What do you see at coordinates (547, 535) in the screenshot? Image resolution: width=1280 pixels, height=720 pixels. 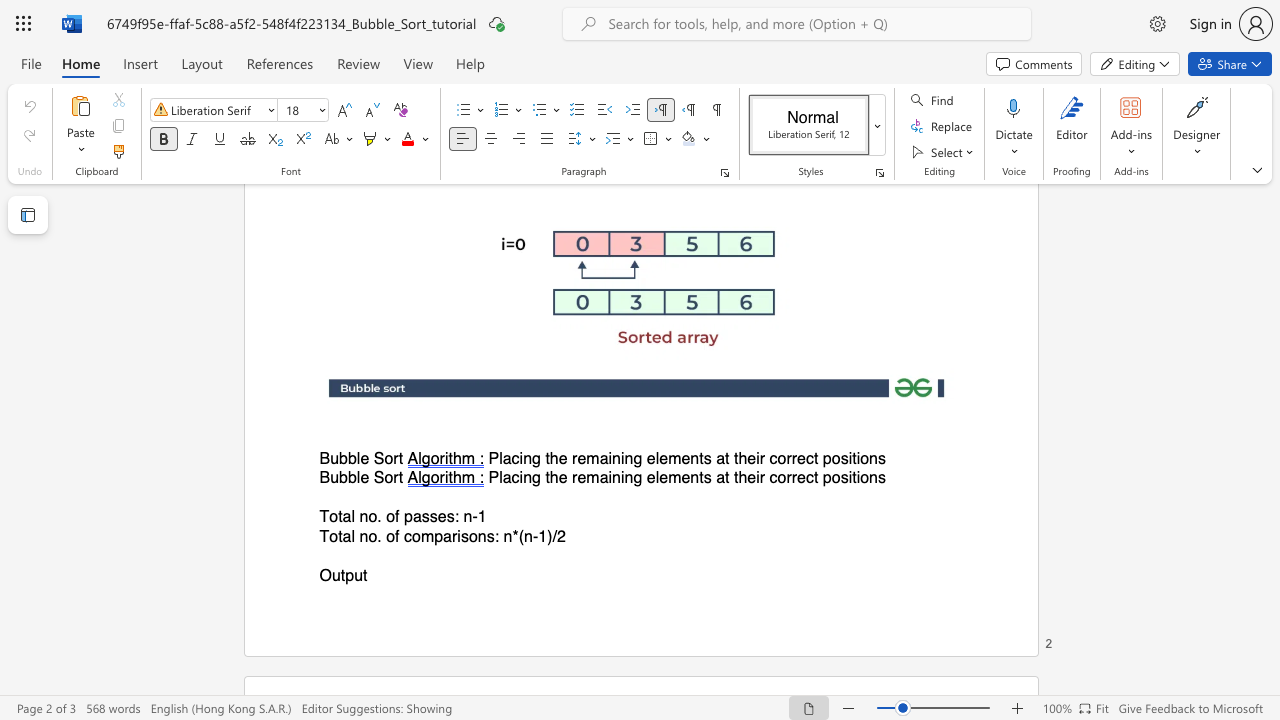 I see `the subset text ")/2" within the text "Total no. of comparisons: n*(n-1)/2"` at bounding box center [547, 535].